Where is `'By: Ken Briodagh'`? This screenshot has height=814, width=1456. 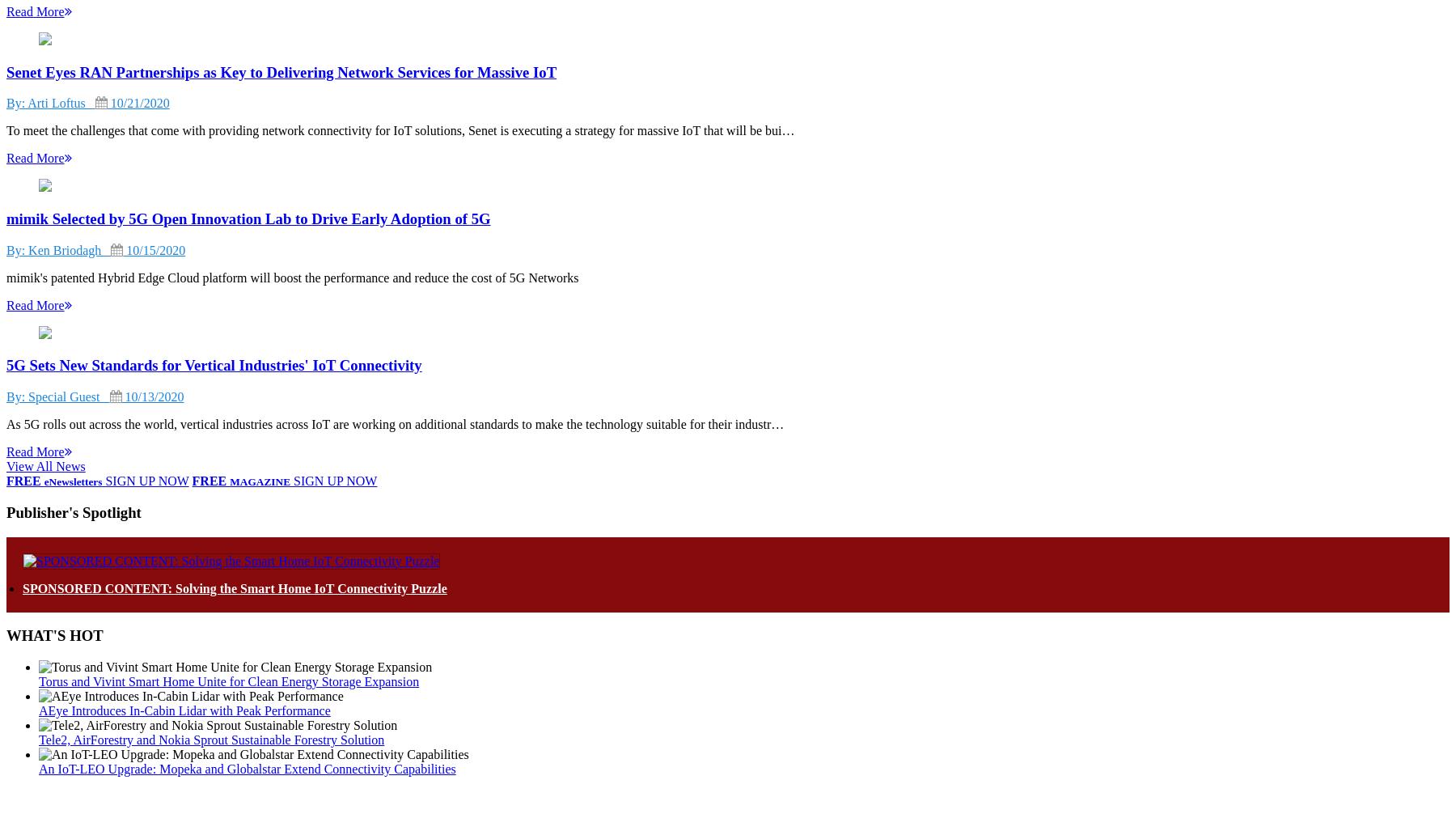 'By: Ken Briodagh' is located at coordinates (57, 248).